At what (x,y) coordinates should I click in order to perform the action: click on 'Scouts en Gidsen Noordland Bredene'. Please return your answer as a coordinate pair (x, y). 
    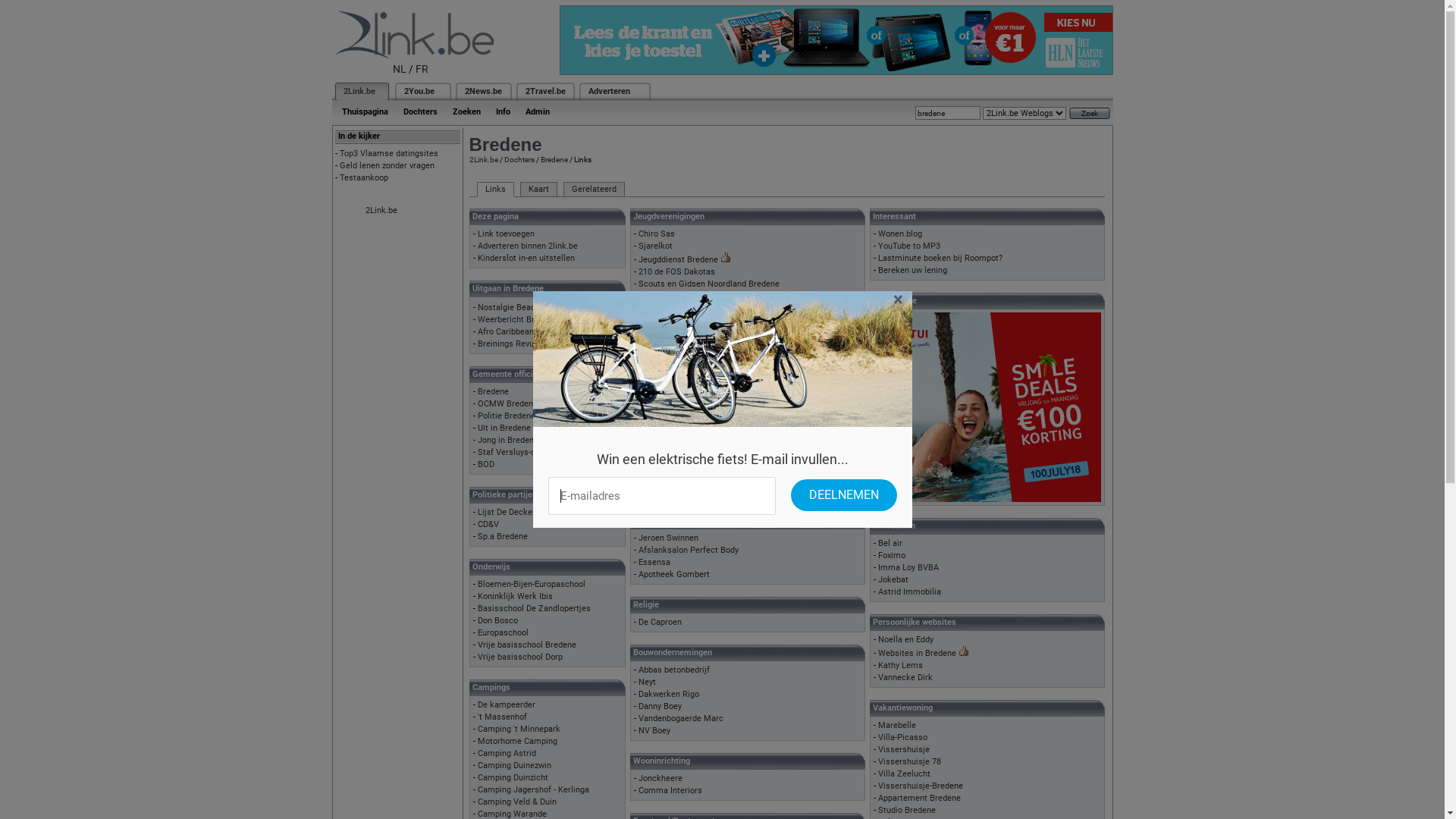
    Looking at the image, I should click on (708, 284).